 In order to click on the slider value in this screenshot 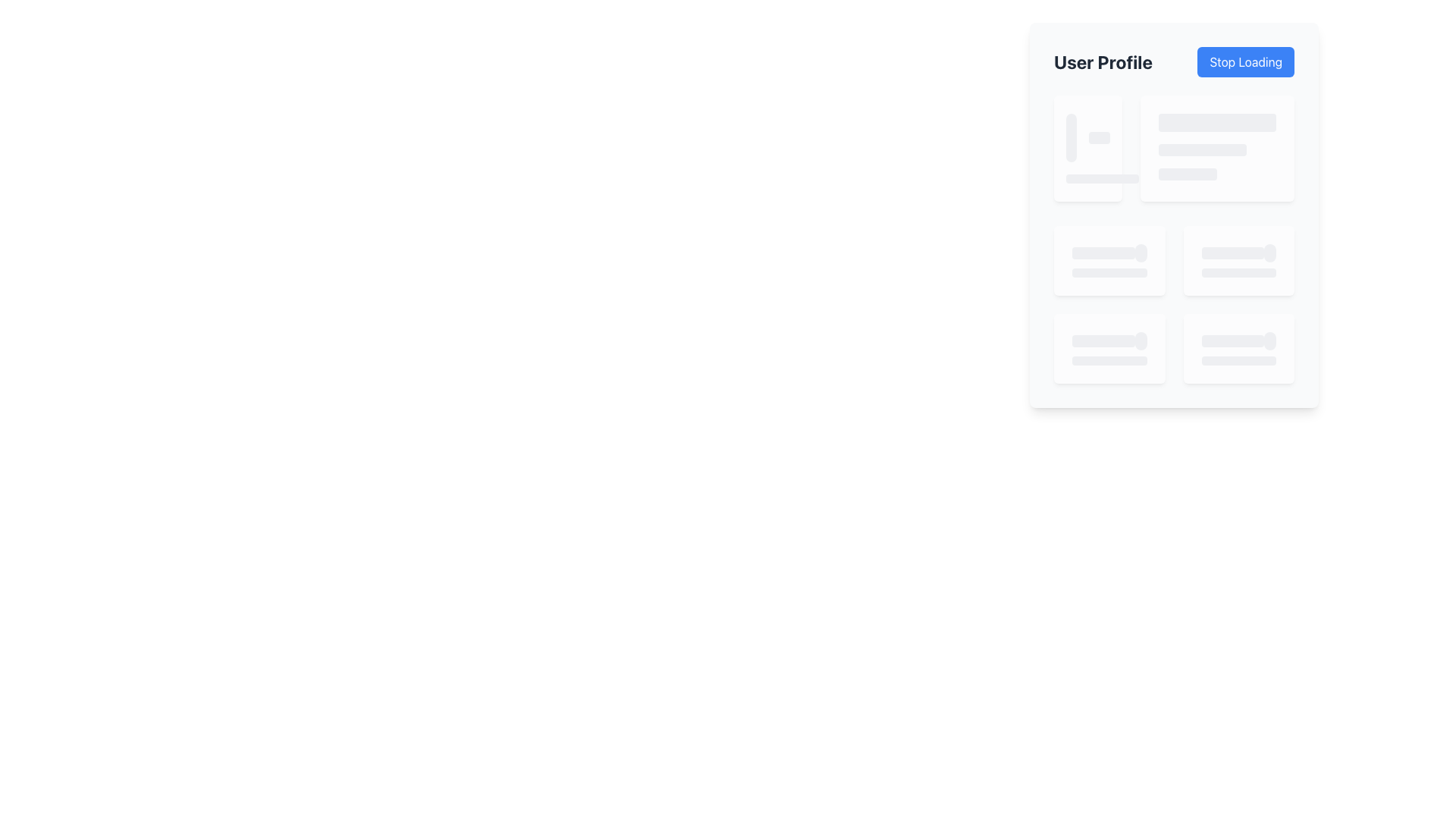, I will do `click(1105, 341)`.